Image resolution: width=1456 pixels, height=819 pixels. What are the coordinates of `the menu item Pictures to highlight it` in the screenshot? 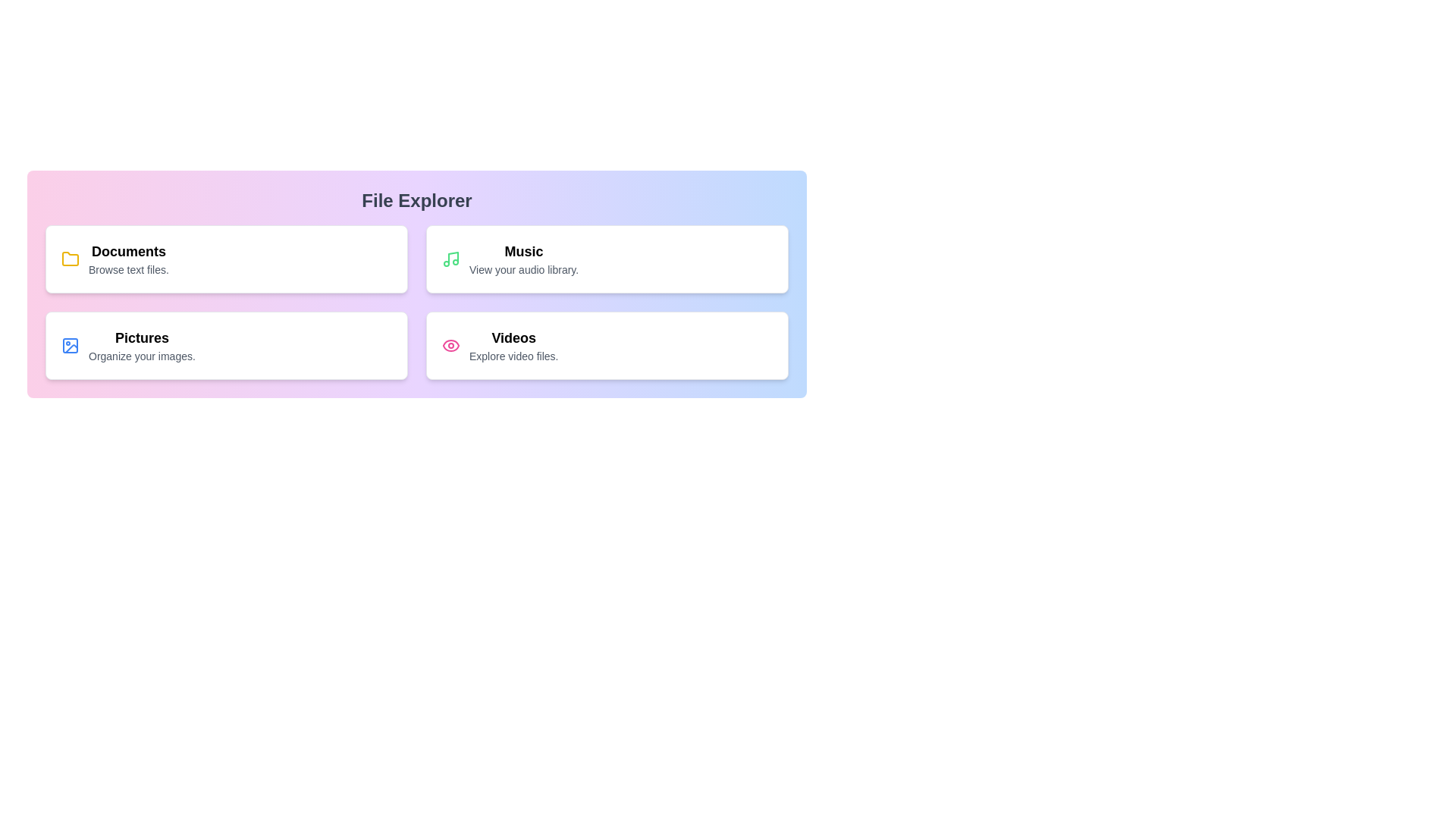 It's located at (225, 345).